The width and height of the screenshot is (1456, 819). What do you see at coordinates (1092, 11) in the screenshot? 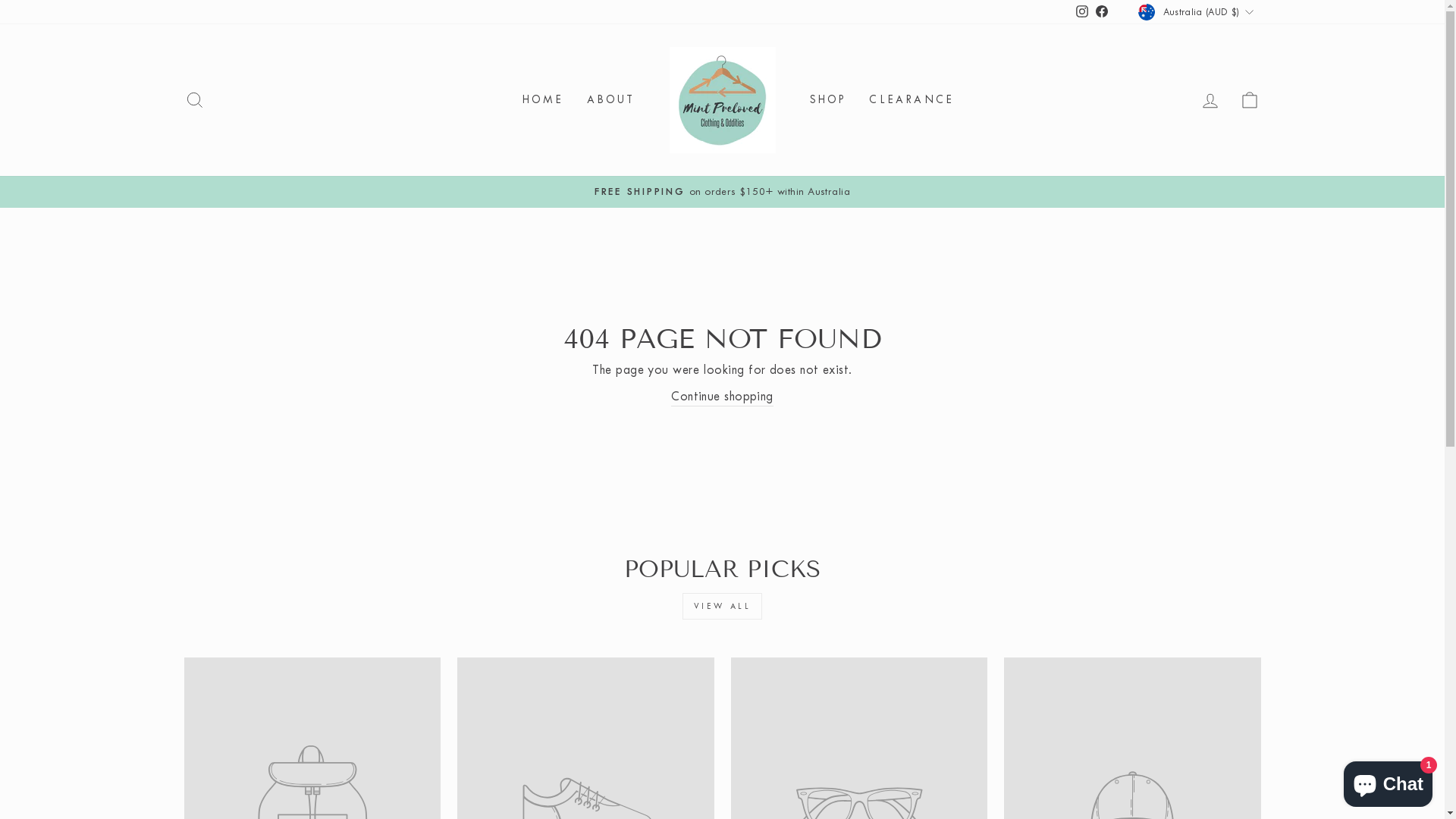
I see `'Facebook'` at bounding box center [1092, 11].